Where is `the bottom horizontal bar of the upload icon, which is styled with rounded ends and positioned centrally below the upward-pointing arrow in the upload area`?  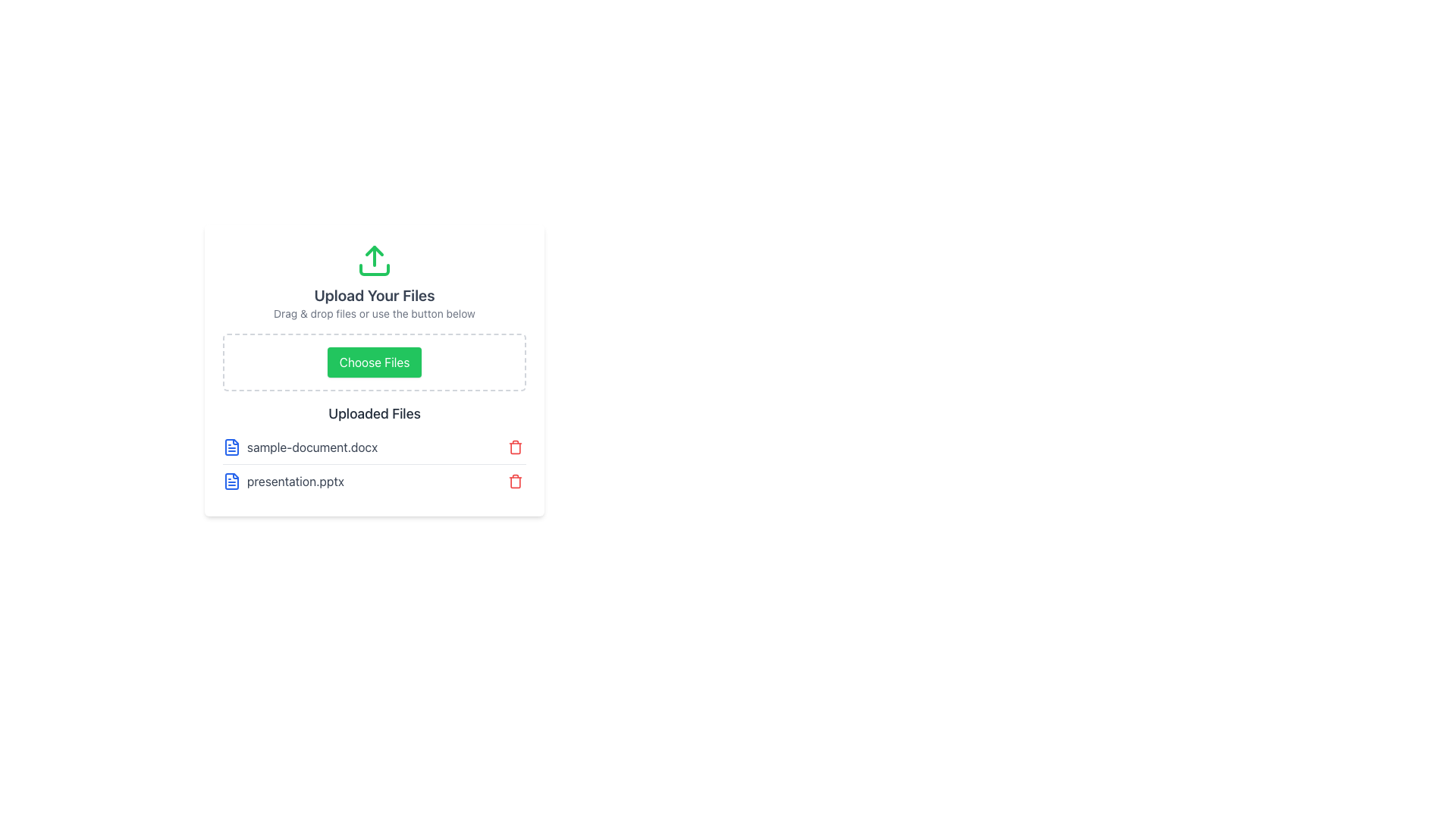 the bottom horizontal bar of the upload icon, which is styled with rounded ends and positioned centrally below the upward-pointing arrow in the upload area is located at coordinates (375, 268).